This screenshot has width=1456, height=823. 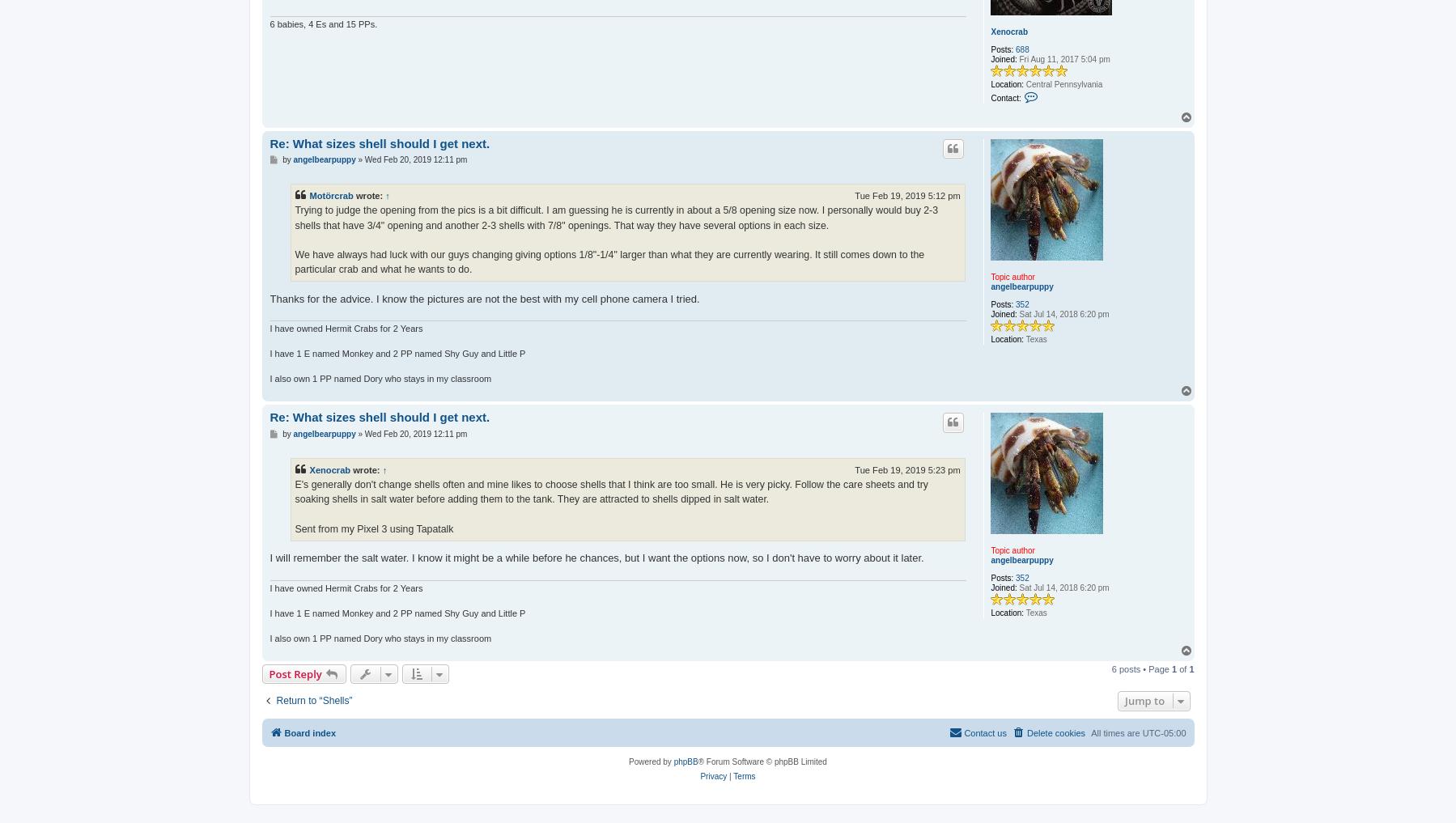 I want to click on 'Contact us', so click(x=985, y=732).